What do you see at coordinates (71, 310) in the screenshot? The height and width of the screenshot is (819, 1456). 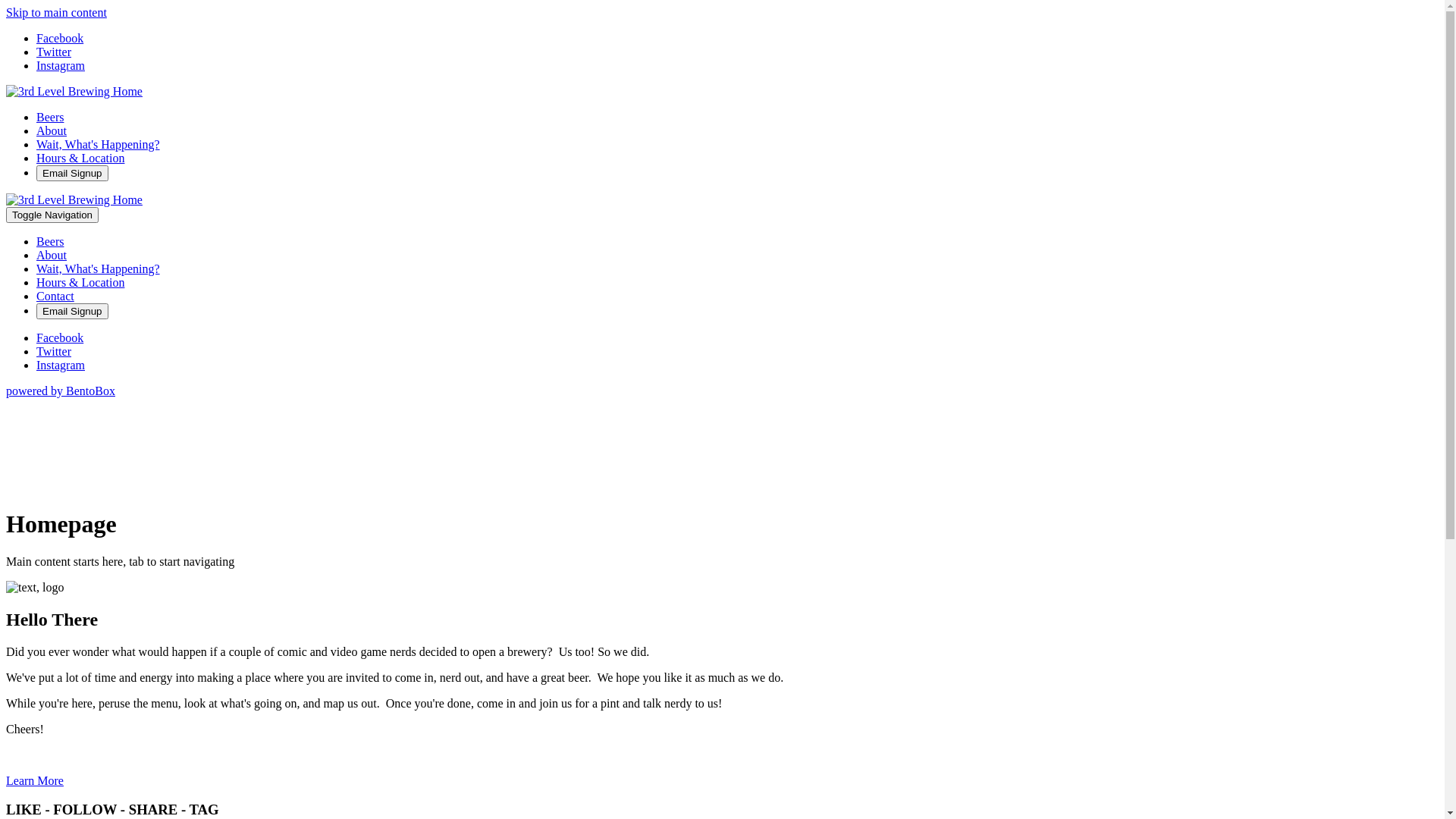 I see `'Email Signup'` at bounding box center [71, 310].